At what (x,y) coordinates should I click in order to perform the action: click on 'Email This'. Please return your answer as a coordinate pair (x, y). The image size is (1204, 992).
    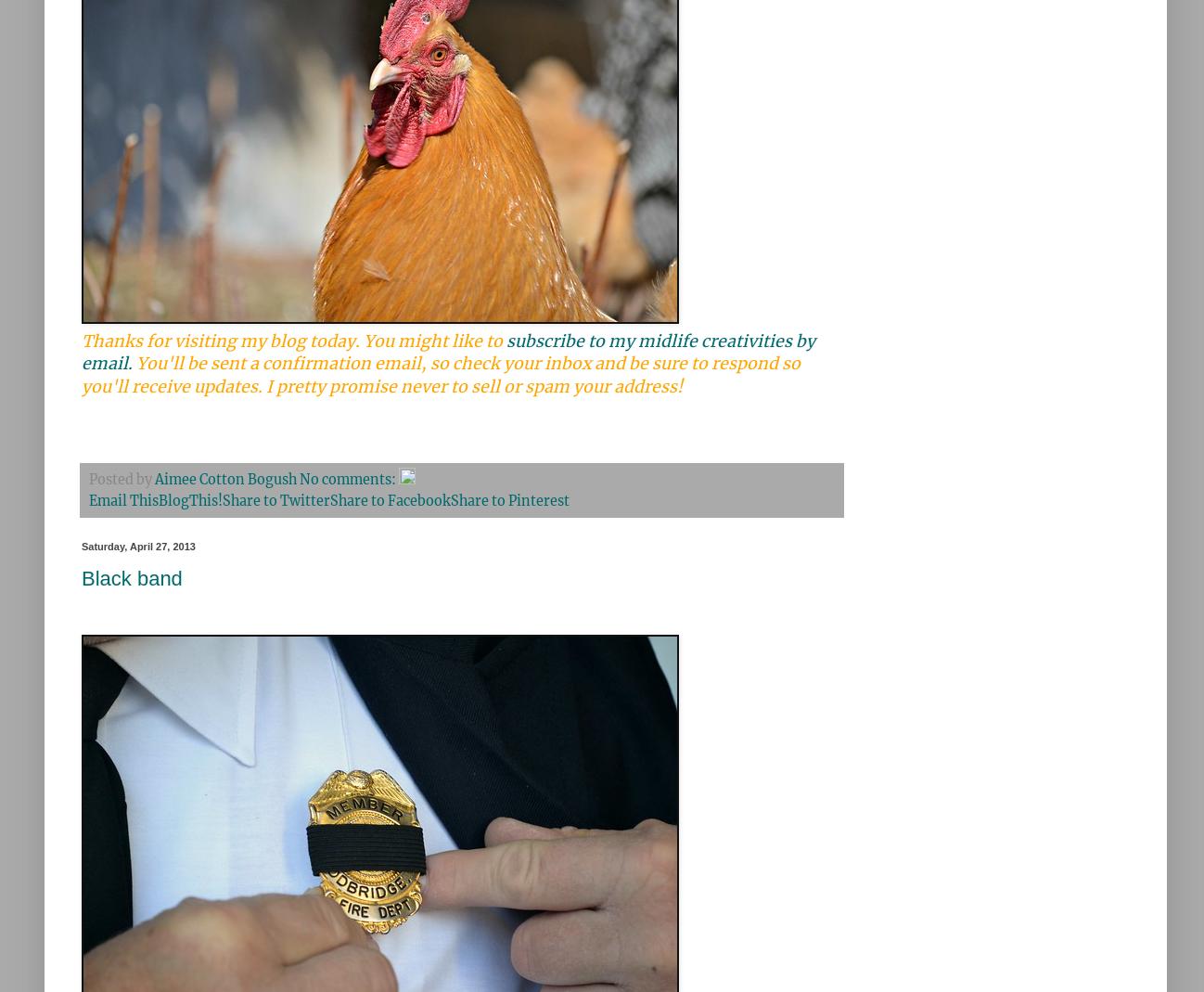
    Looking at the image, I should click on (89, 499).